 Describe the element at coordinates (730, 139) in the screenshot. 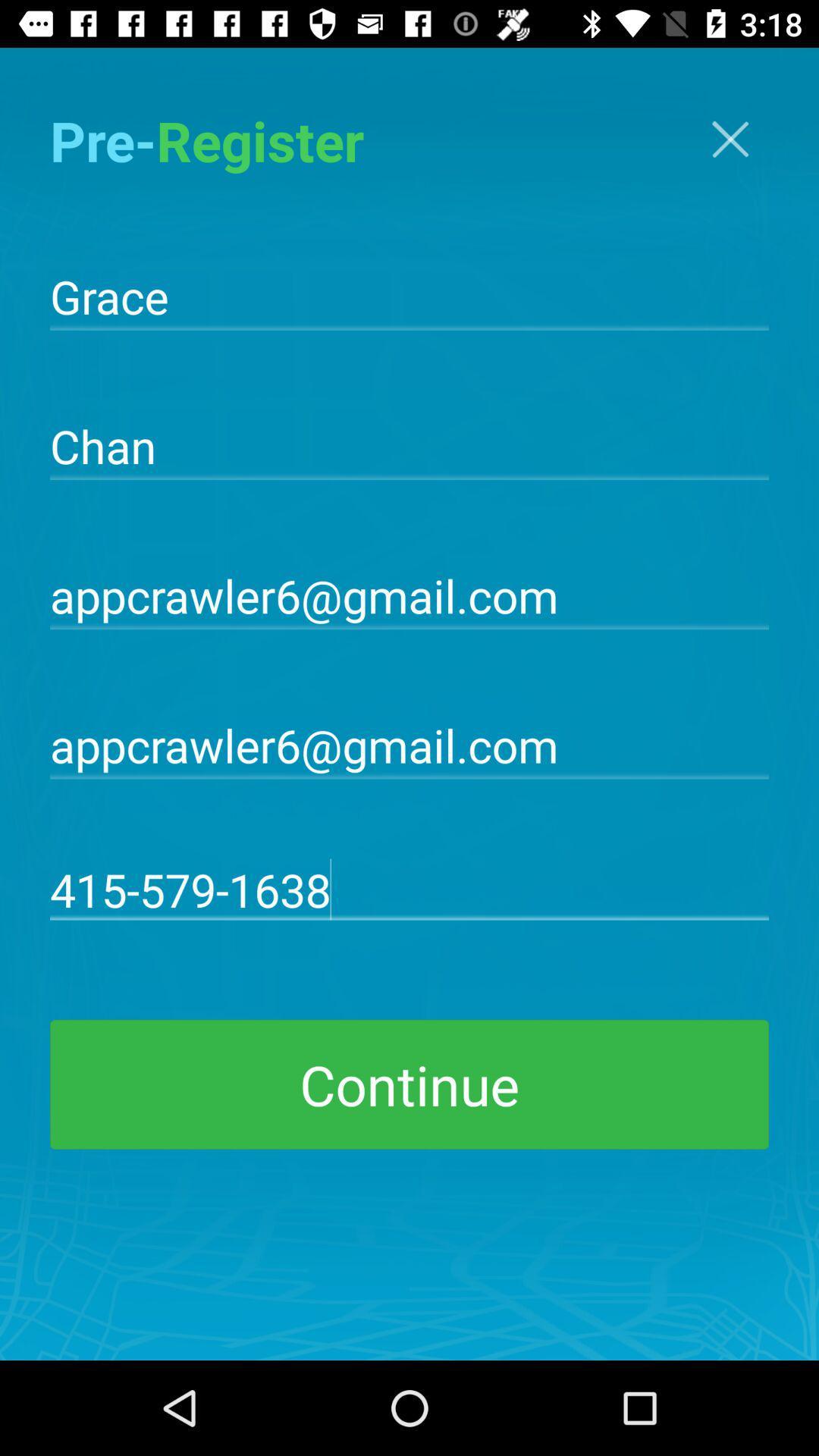

I see `x button` at that location.